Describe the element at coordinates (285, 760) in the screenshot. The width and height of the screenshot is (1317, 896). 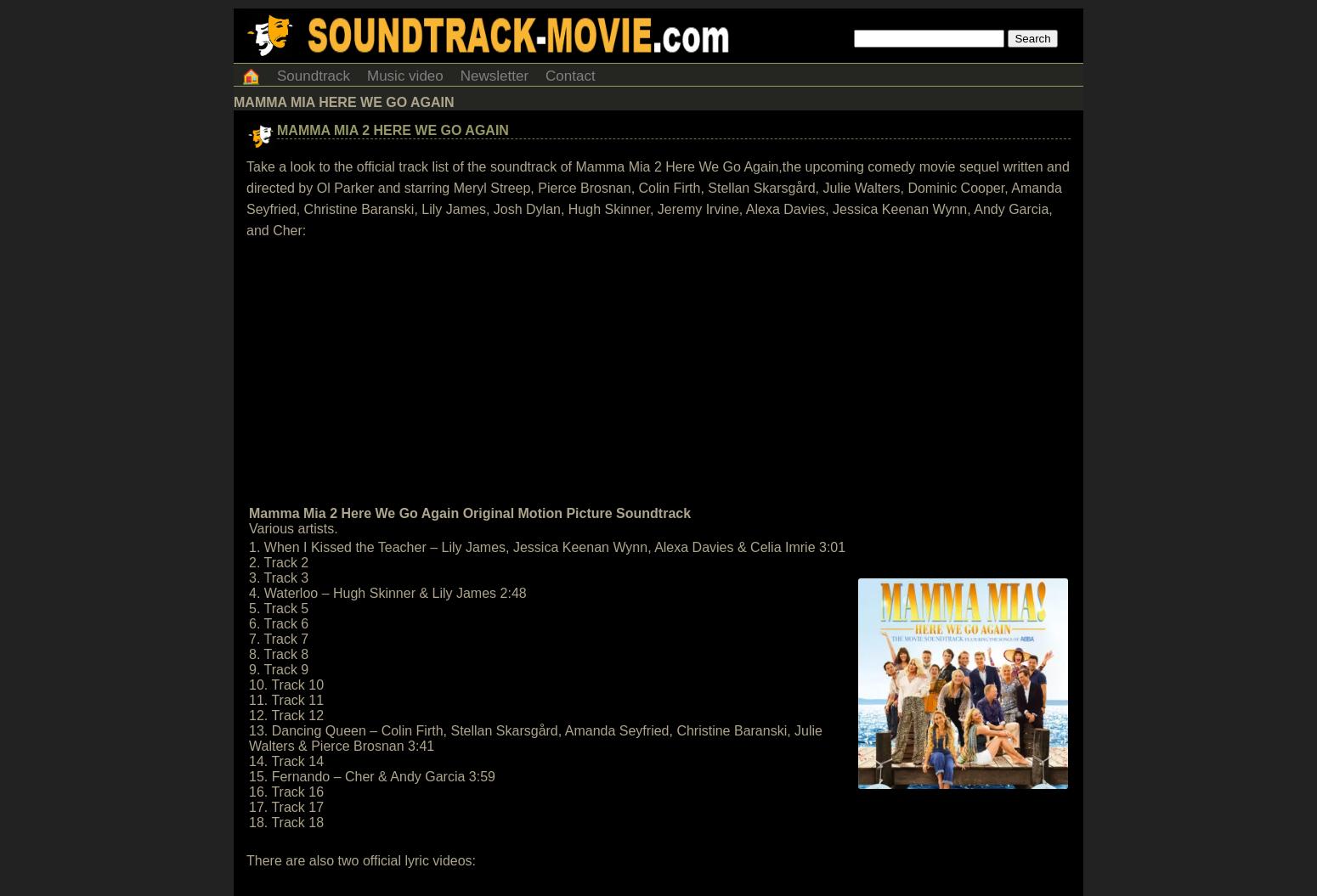
I see `'14. Track 14'` at that location.